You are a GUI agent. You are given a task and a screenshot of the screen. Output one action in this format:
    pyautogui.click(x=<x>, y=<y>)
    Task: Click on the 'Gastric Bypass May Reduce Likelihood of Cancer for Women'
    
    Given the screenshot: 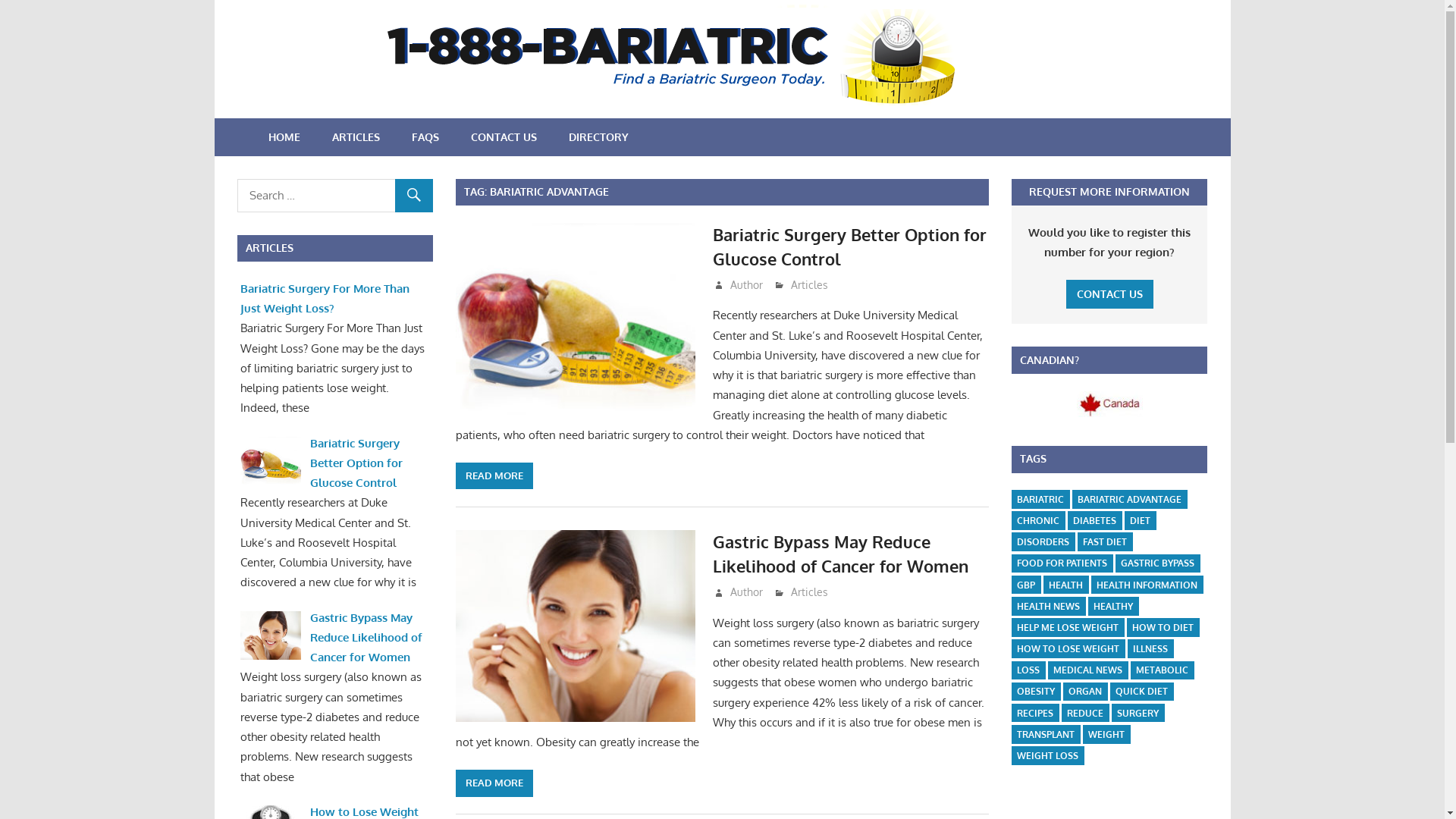 What is the action you would take?
    pyautogui.click(x=366, y=637)
    